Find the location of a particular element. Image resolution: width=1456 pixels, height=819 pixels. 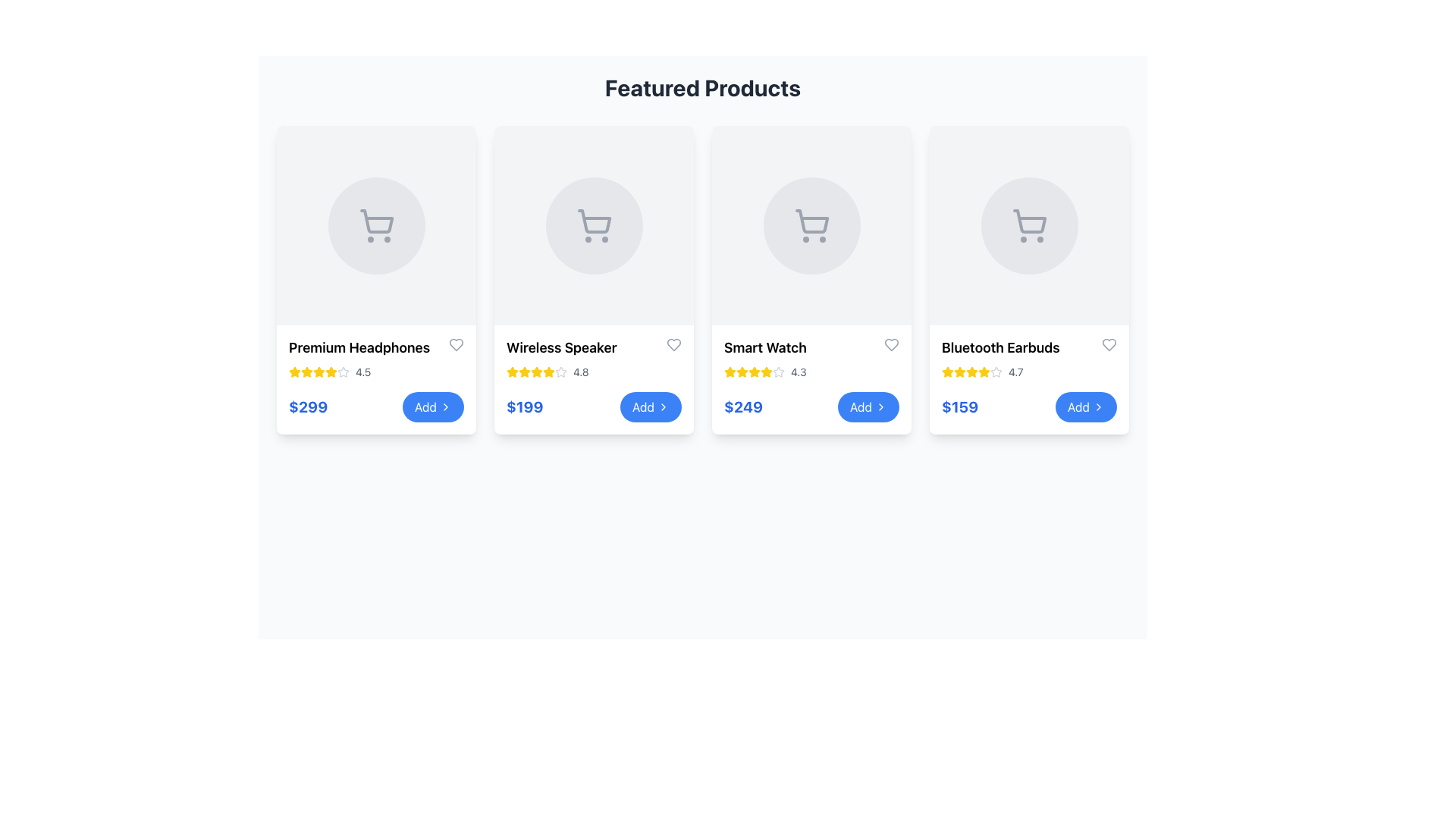

the shopping cart icon, which is a decorative graphical icon styled in medium gray color, located at the center of the first card from the left in a horizontal grid of product cards is located at coordinates (376, 225).